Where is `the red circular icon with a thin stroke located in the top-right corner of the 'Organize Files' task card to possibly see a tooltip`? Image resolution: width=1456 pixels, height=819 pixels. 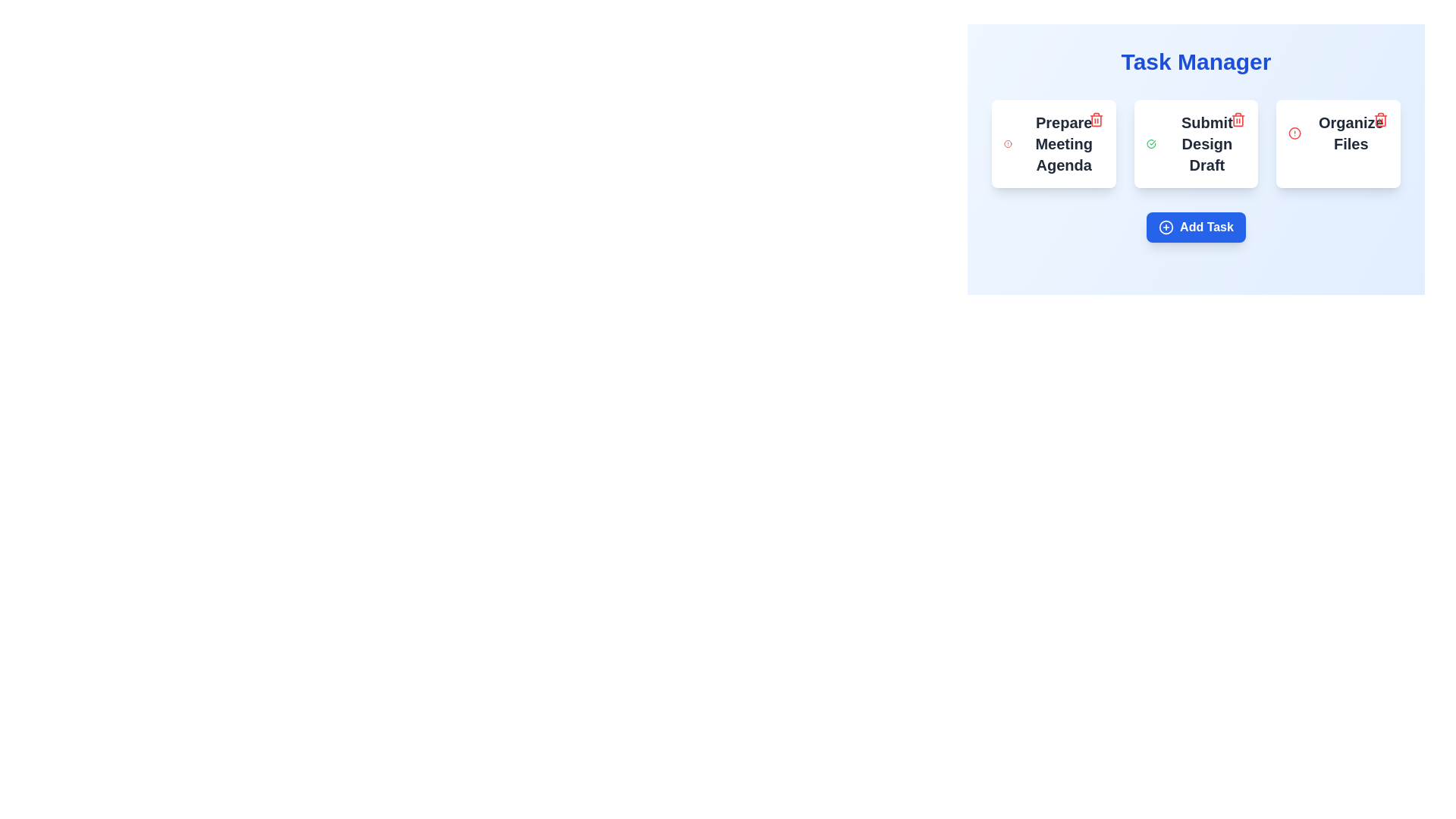 the red circular icon with a thin stroke located in the top-right corner of the 'Organize Files' task card to possibly see a tooltip is located at coordinates (1008, 143).